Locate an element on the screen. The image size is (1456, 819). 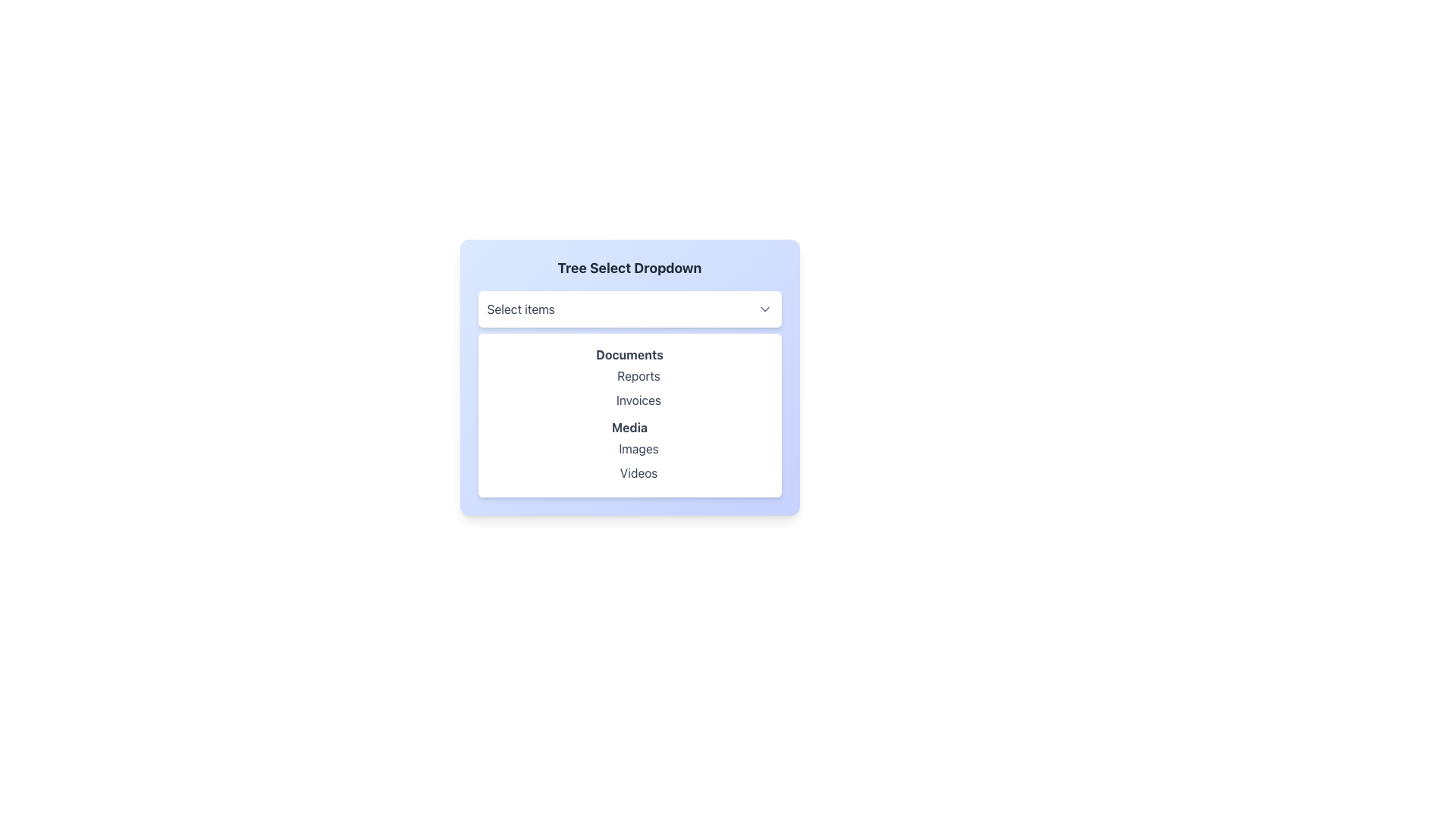
the 'Select items' dropdown button is located at coordinates (629, 309).